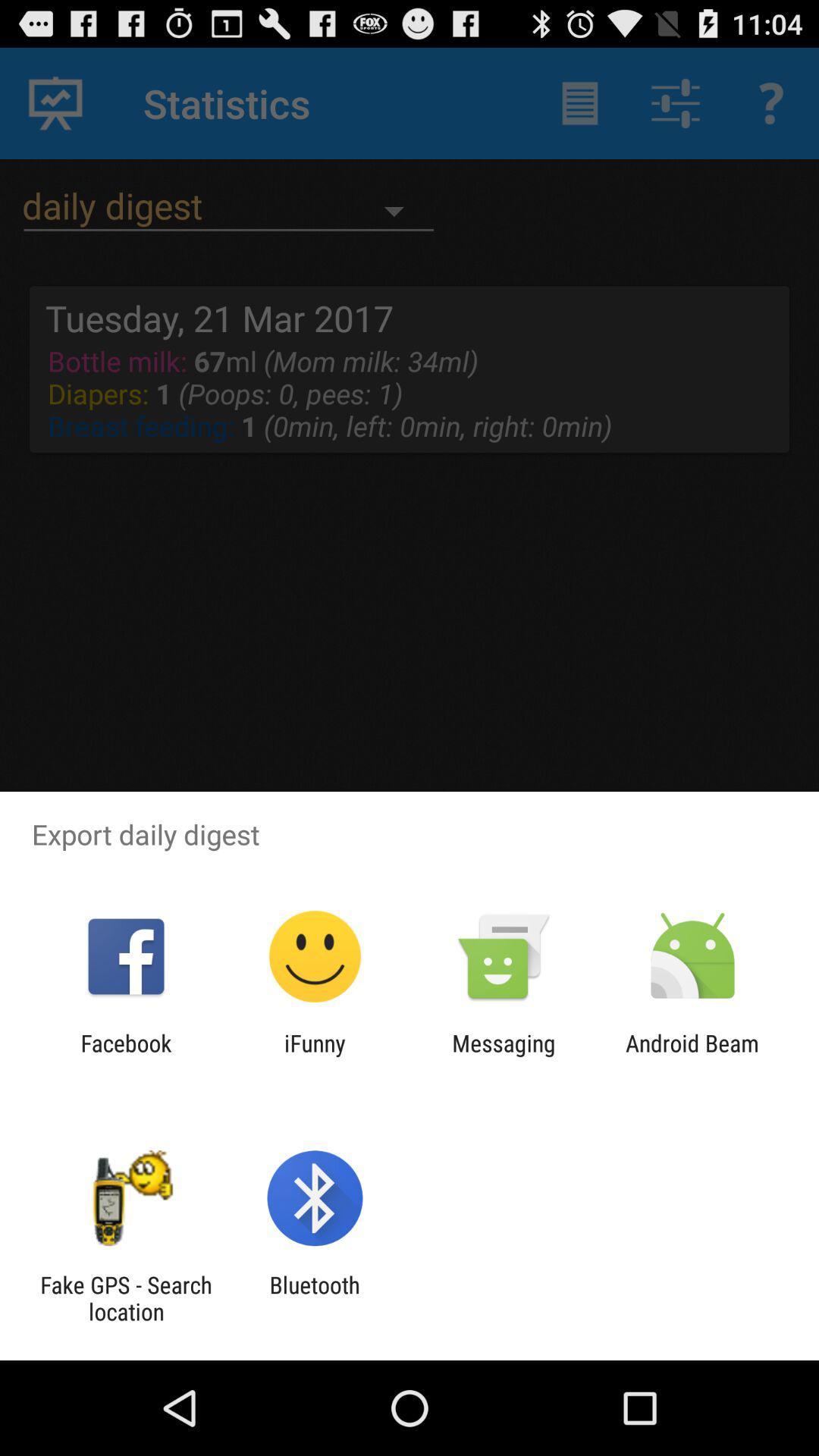  Describe the element at coordinates (504, 1056) in the screenshot. I see `the messaging item` at that location.